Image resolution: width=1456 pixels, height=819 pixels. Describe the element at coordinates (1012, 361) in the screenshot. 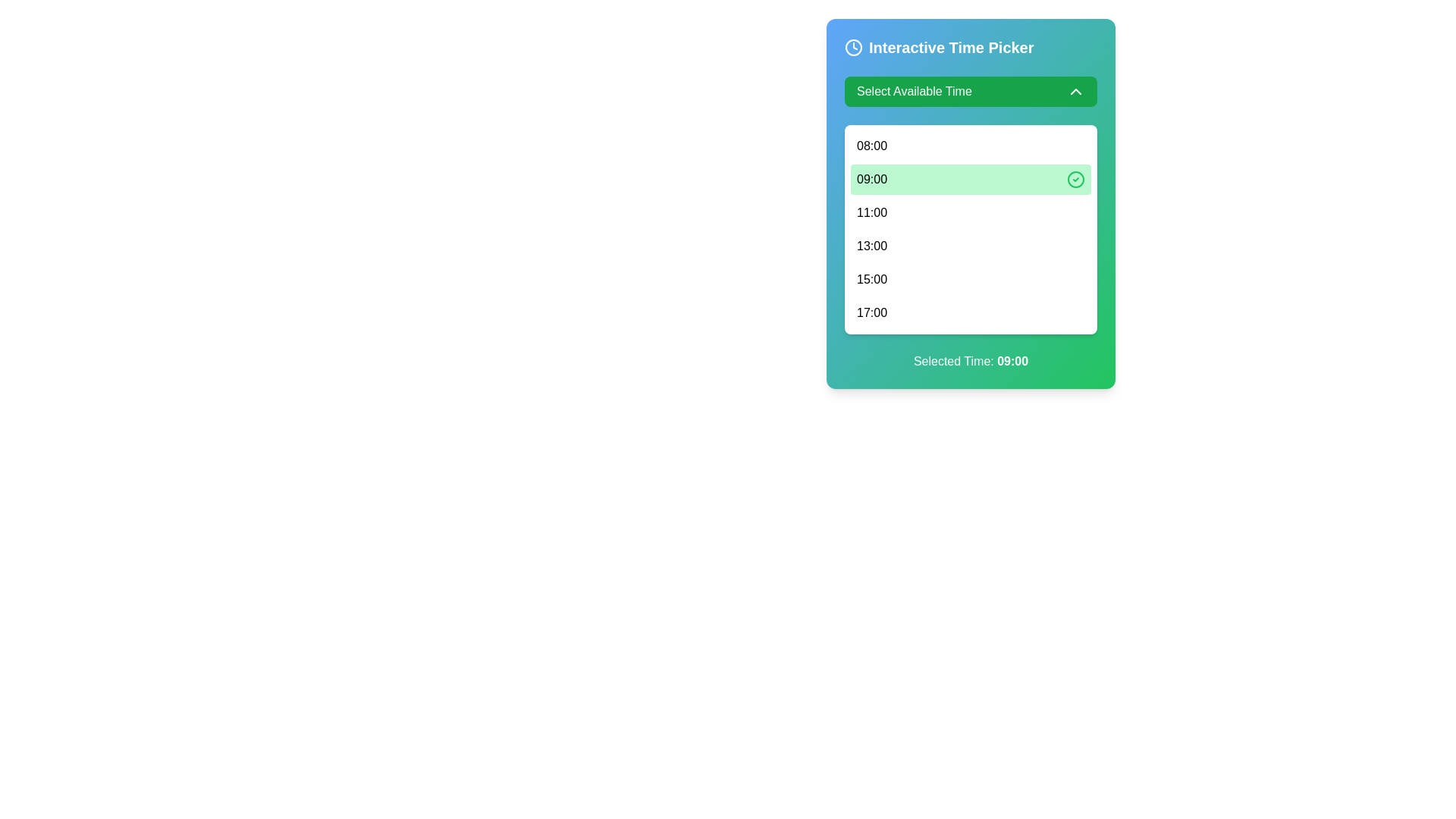

I see `displayed time '09:00' from the text label that shows 'Selected Time: 09:00' within the green-themed time picker widget` at that location.